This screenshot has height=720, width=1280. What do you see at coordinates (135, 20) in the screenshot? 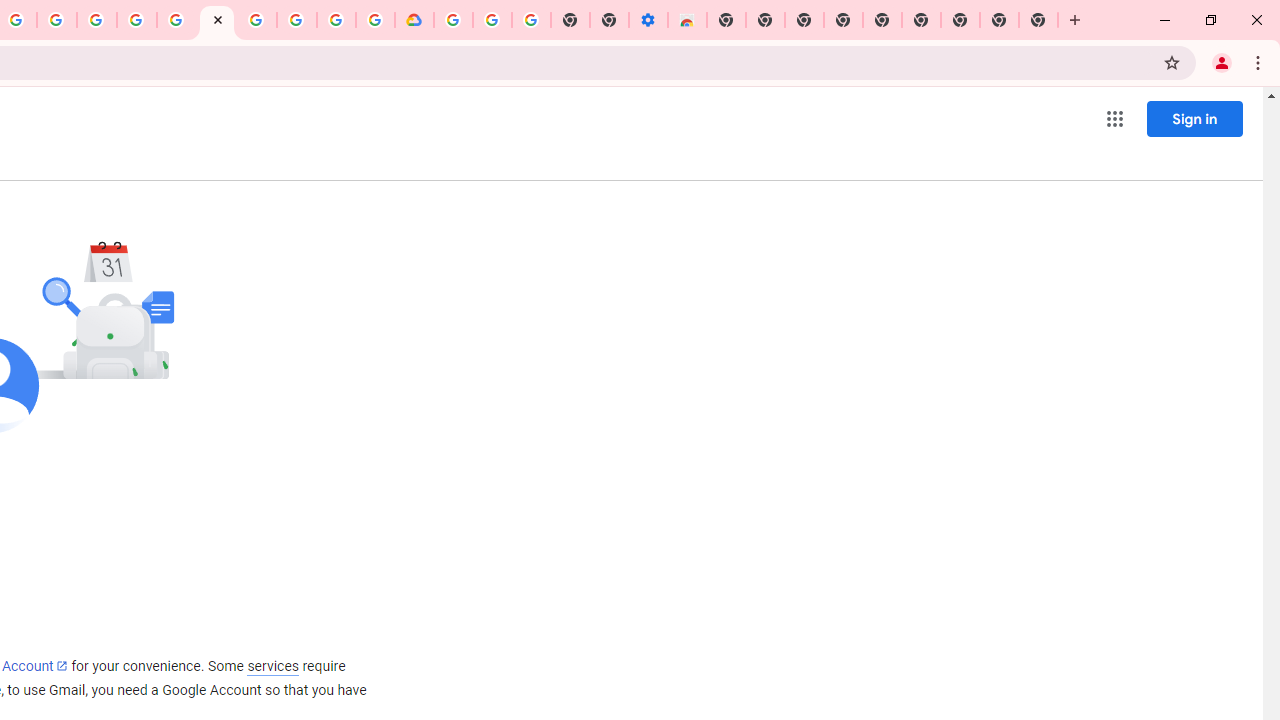
I see `'Ad Settings'` at bounding box center [135, 20].